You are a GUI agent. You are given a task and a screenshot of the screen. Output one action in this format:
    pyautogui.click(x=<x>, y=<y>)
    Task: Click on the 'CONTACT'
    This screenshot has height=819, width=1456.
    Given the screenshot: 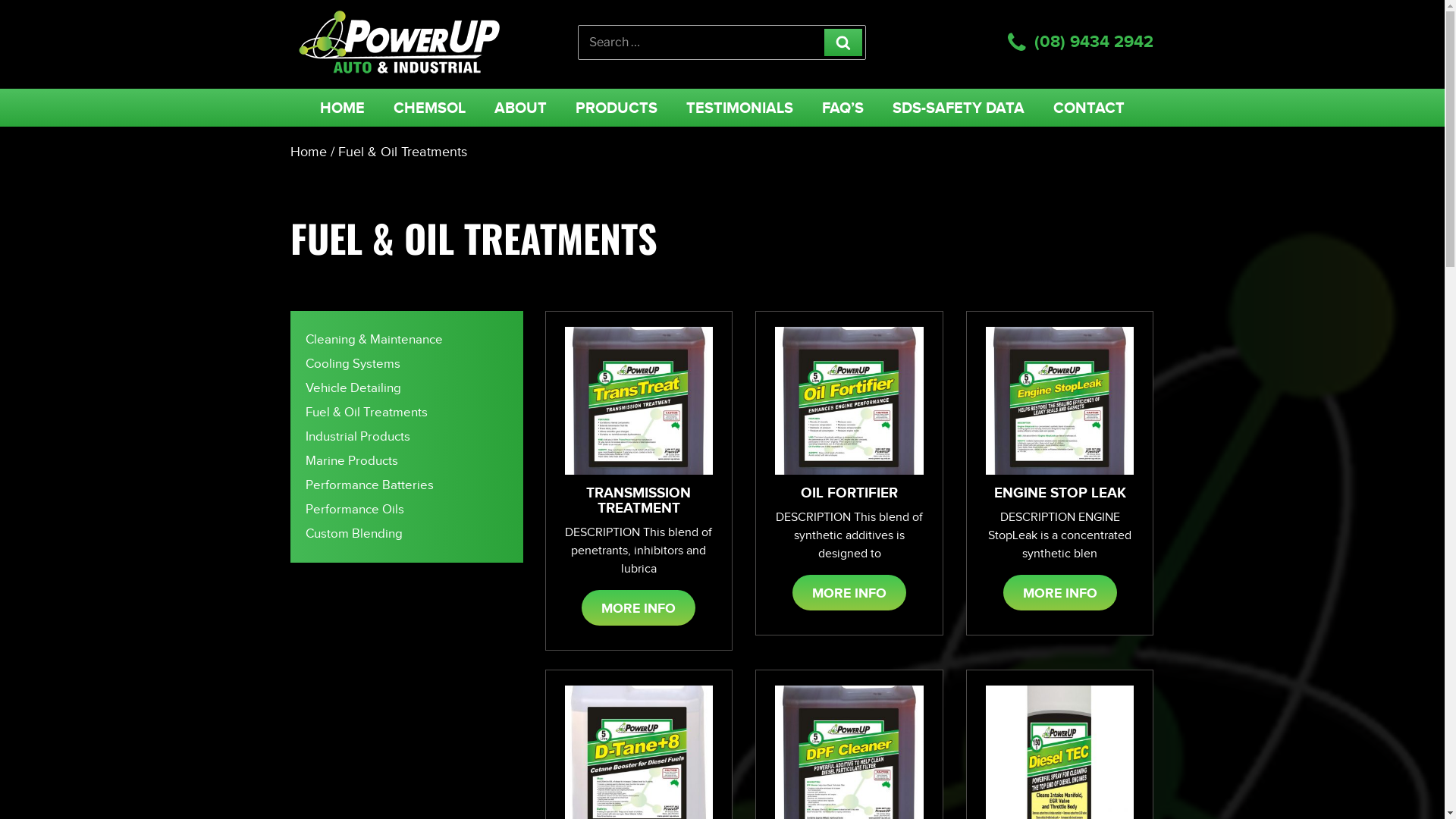 What is the action you would take?
    pyautogui.click(x=1052, y=107)
    